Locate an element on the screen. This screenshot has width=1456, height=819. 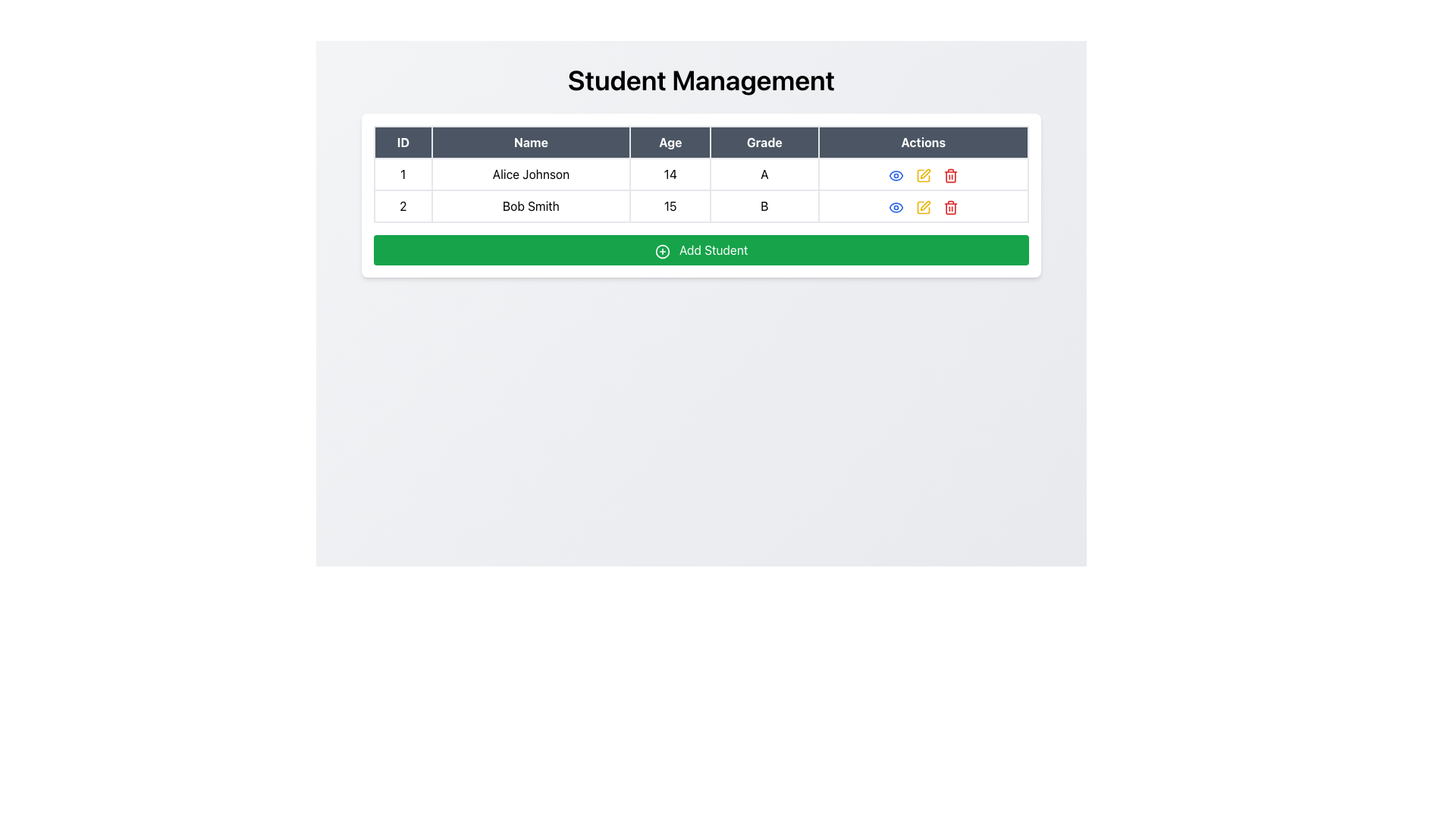
the edit icon button located in the Actions column for the student 'Alice Johnson' to initiate editing actions is located at coordinates (922, 174).